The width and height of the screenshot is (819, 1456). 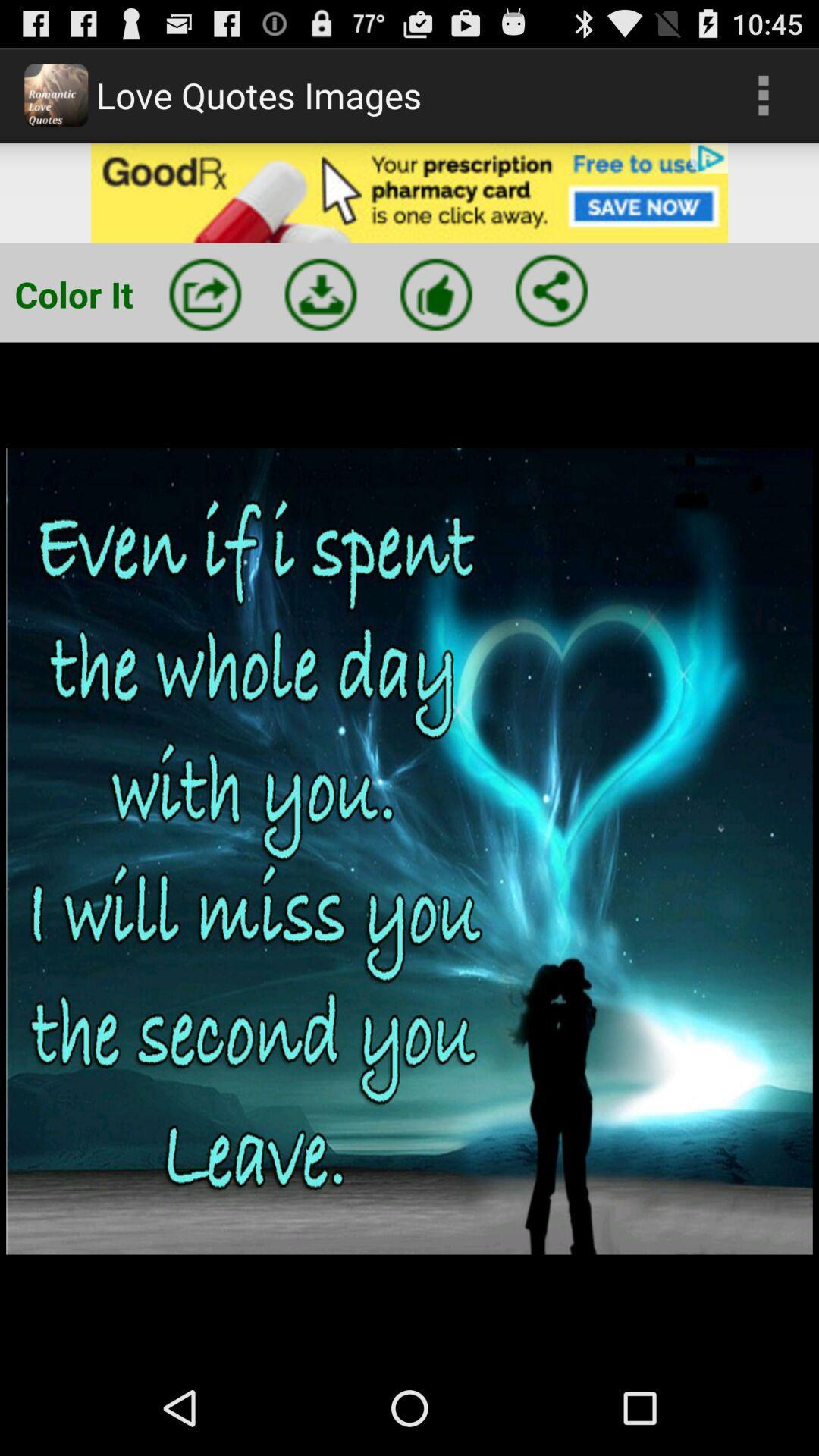 I want to click on the file_download icon, so click(x=320, y=314).